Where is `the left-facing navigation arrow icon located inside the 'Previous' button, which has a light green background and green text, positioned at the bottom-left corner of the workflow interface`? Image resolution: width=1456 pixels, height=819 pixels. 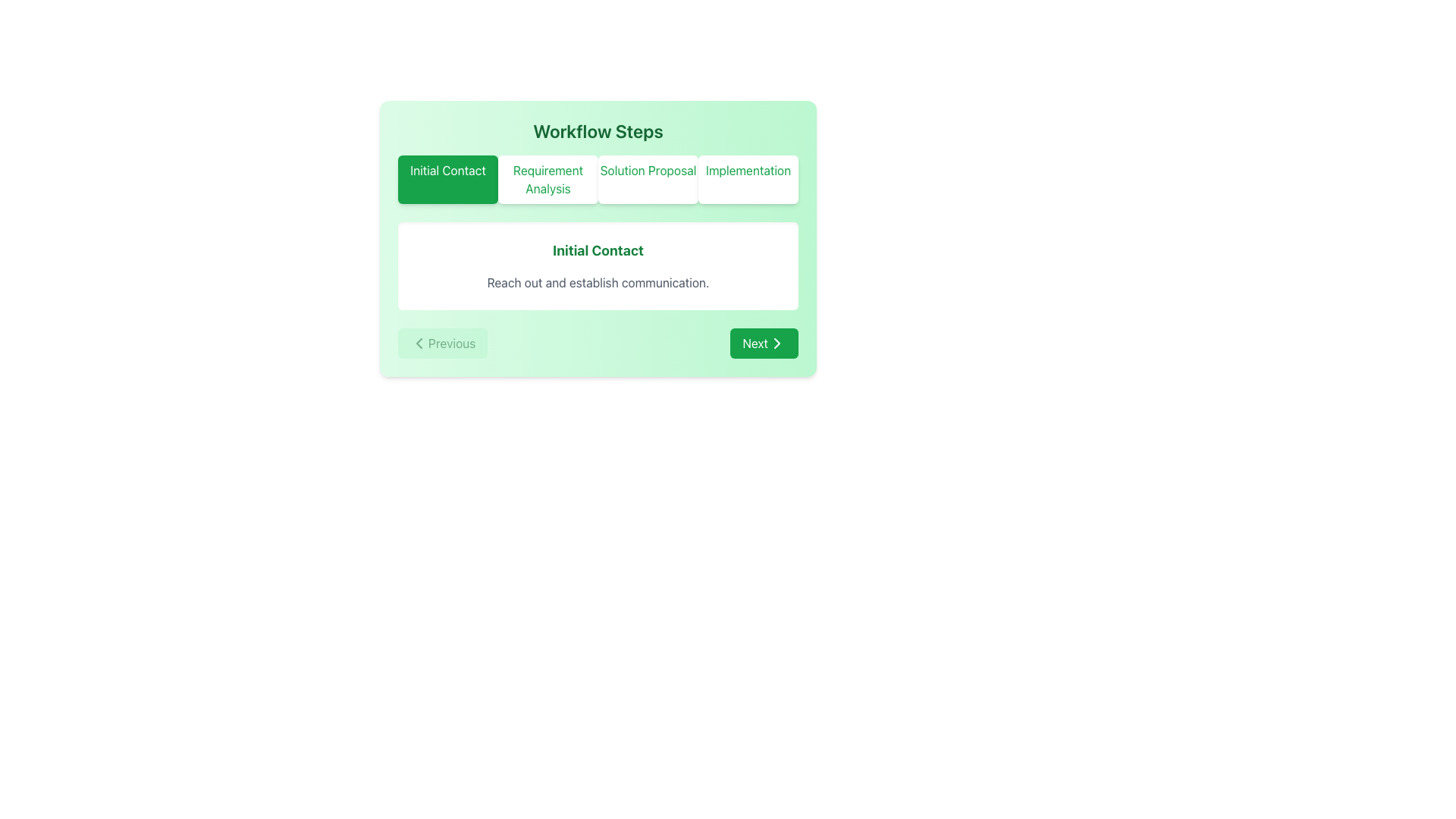
the left-facing navigation arrow icon located inside the 'Previous' button, which has a light green background and green text, positioned at the bottom-left corner of the workflow interface is located at coordinates (419, 343).